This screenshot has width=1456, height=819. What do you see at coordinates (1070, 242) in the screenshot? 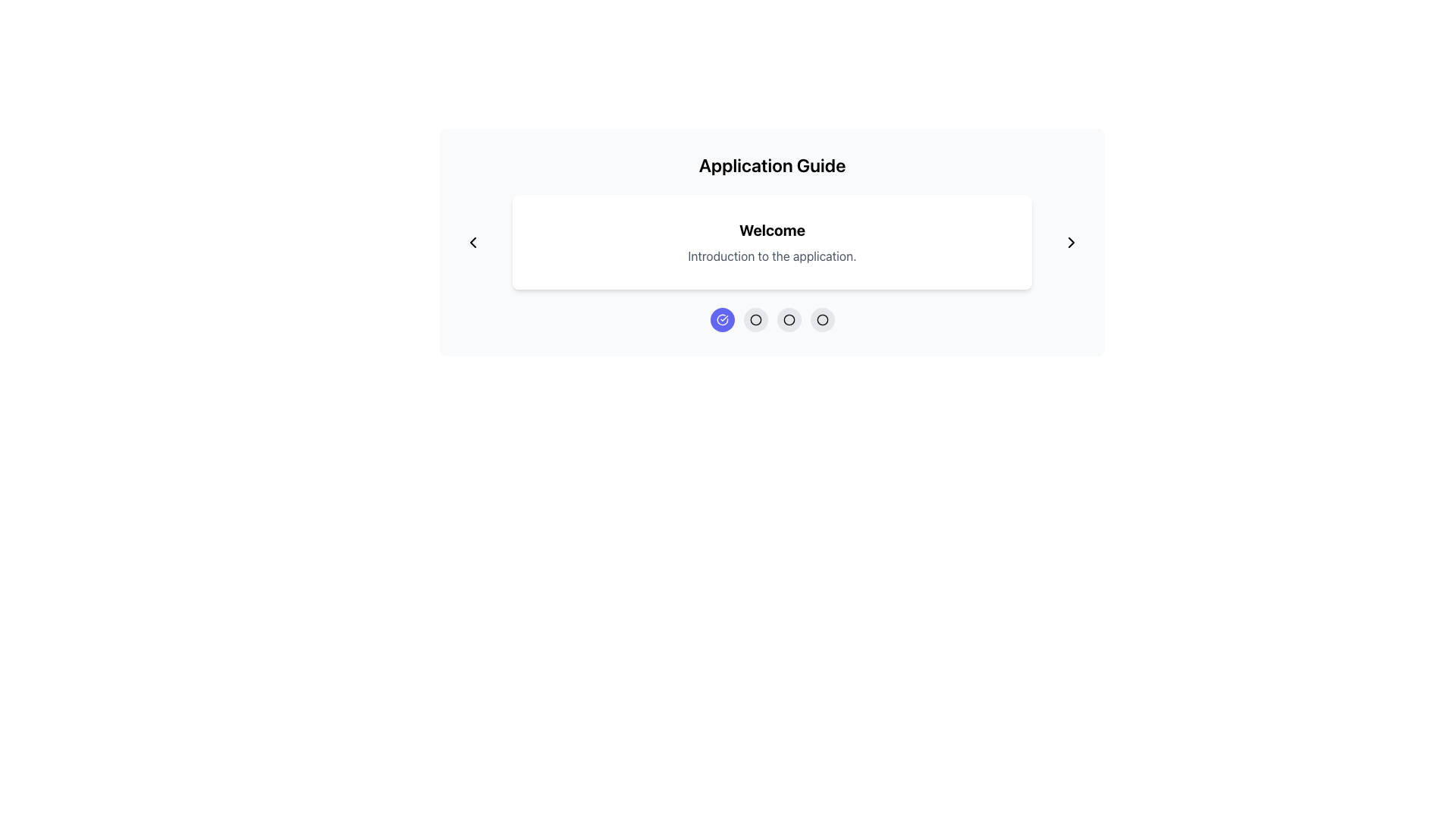
I see `the navigation arrow icon located towards the right edge of the central box` at bounding box center [1070, 242].